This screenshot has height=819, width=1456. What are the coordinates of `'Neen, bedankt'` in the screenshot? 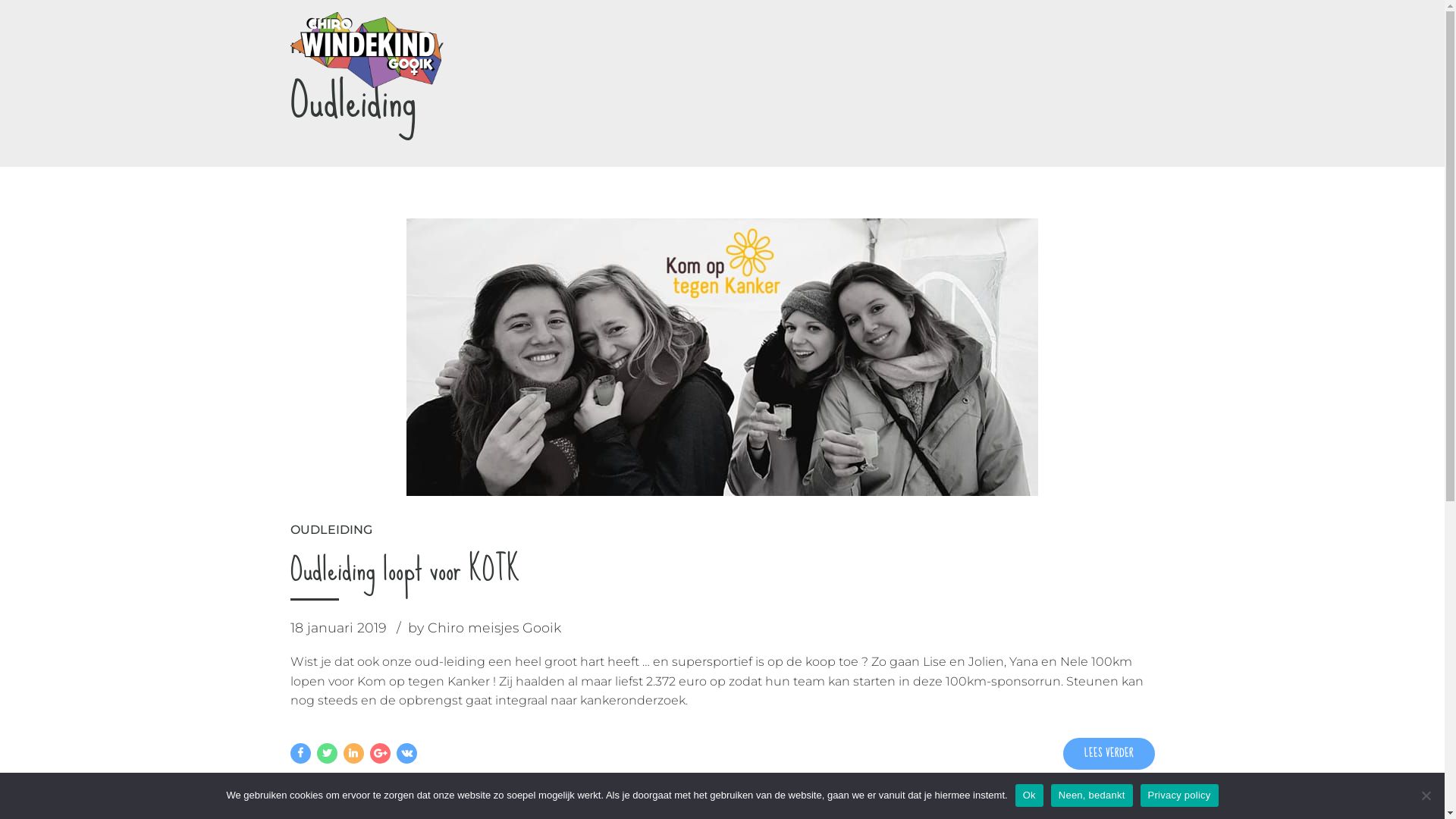 It's located at (1425, 795).